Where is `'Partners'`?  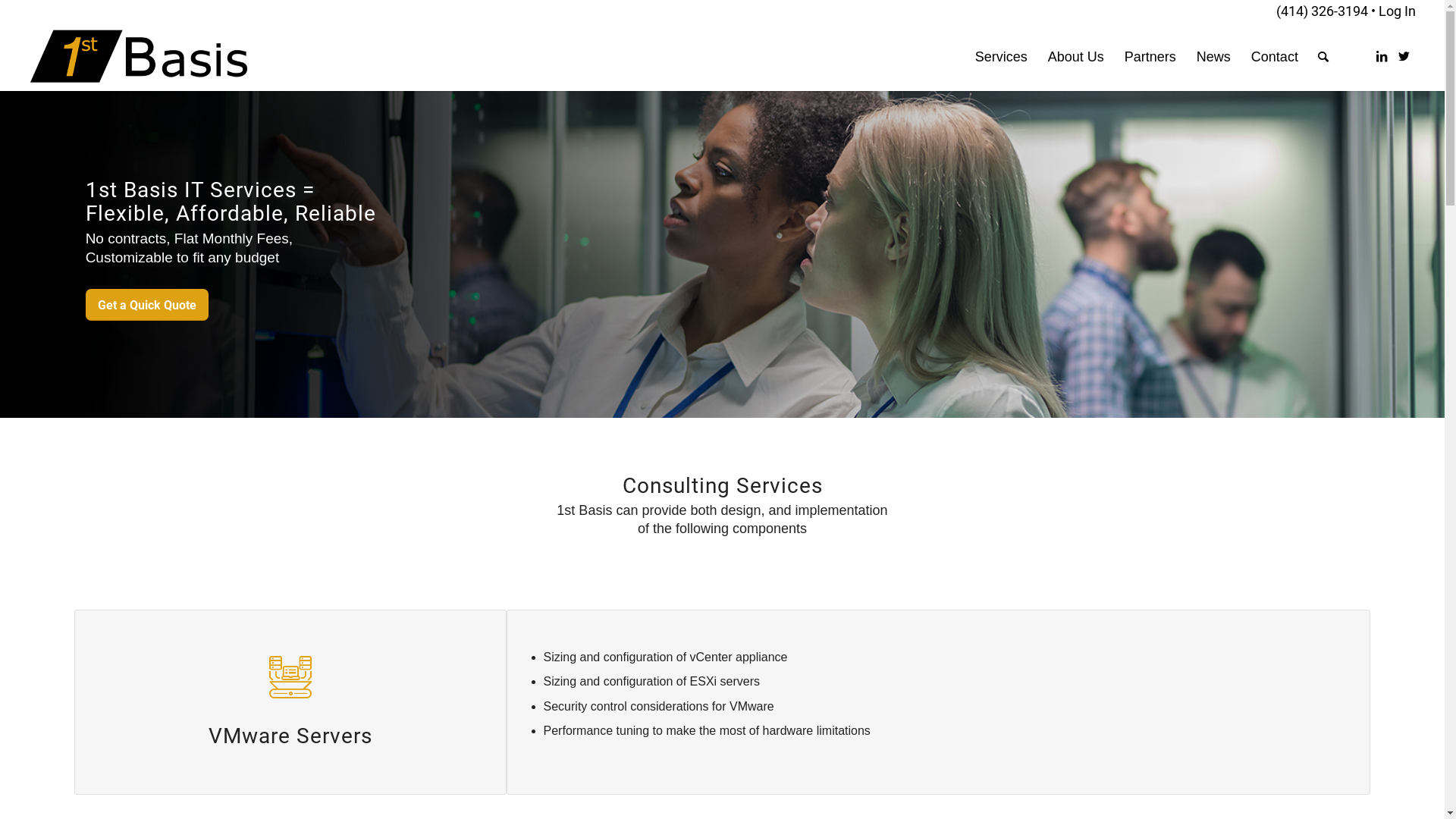 'Partners' is located at coordinates (1150, 55).